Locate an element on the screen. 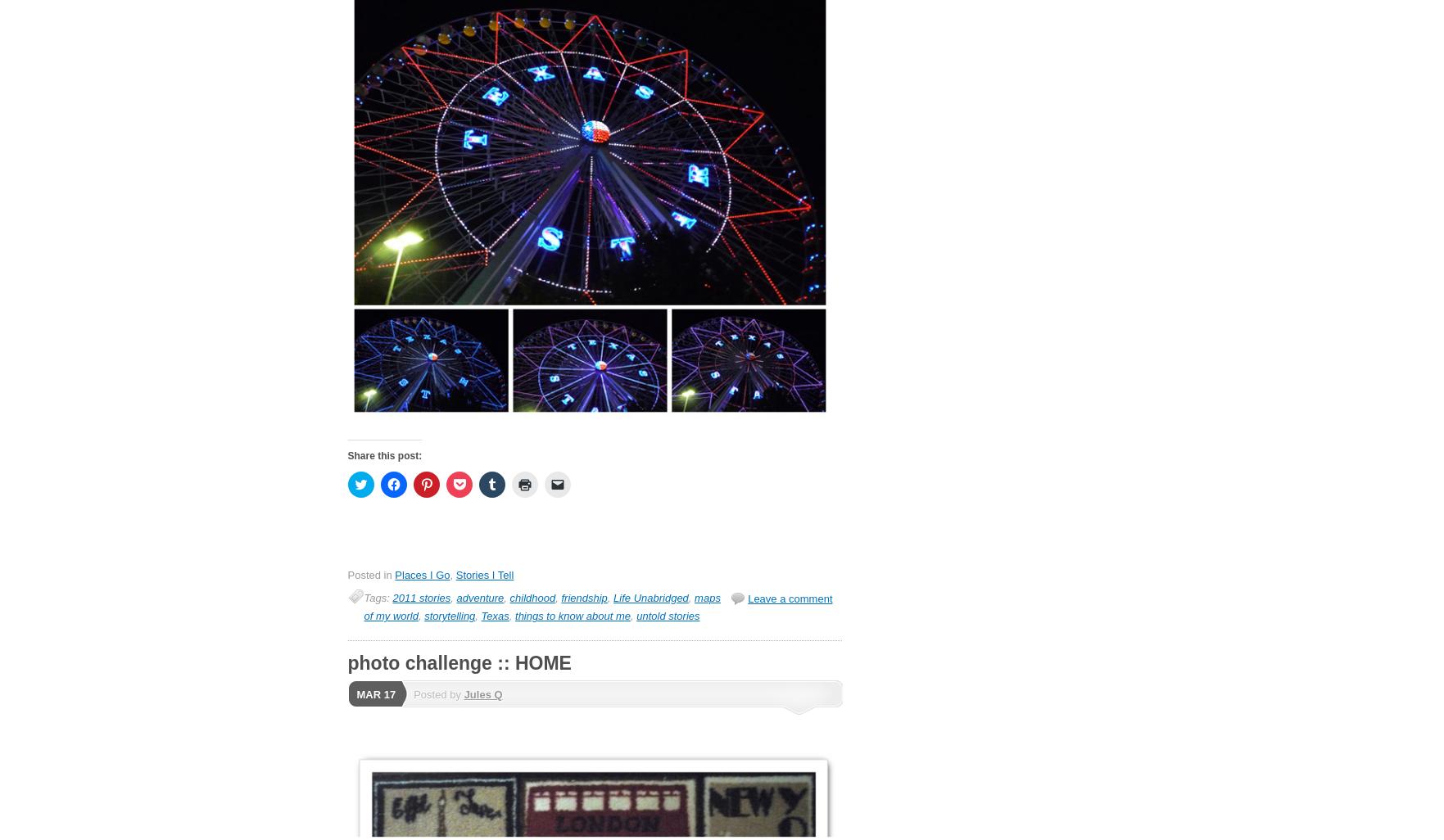 The image size is (1444, 840). 'photo challenge :: HOME' is located at coordinates (459, 662).